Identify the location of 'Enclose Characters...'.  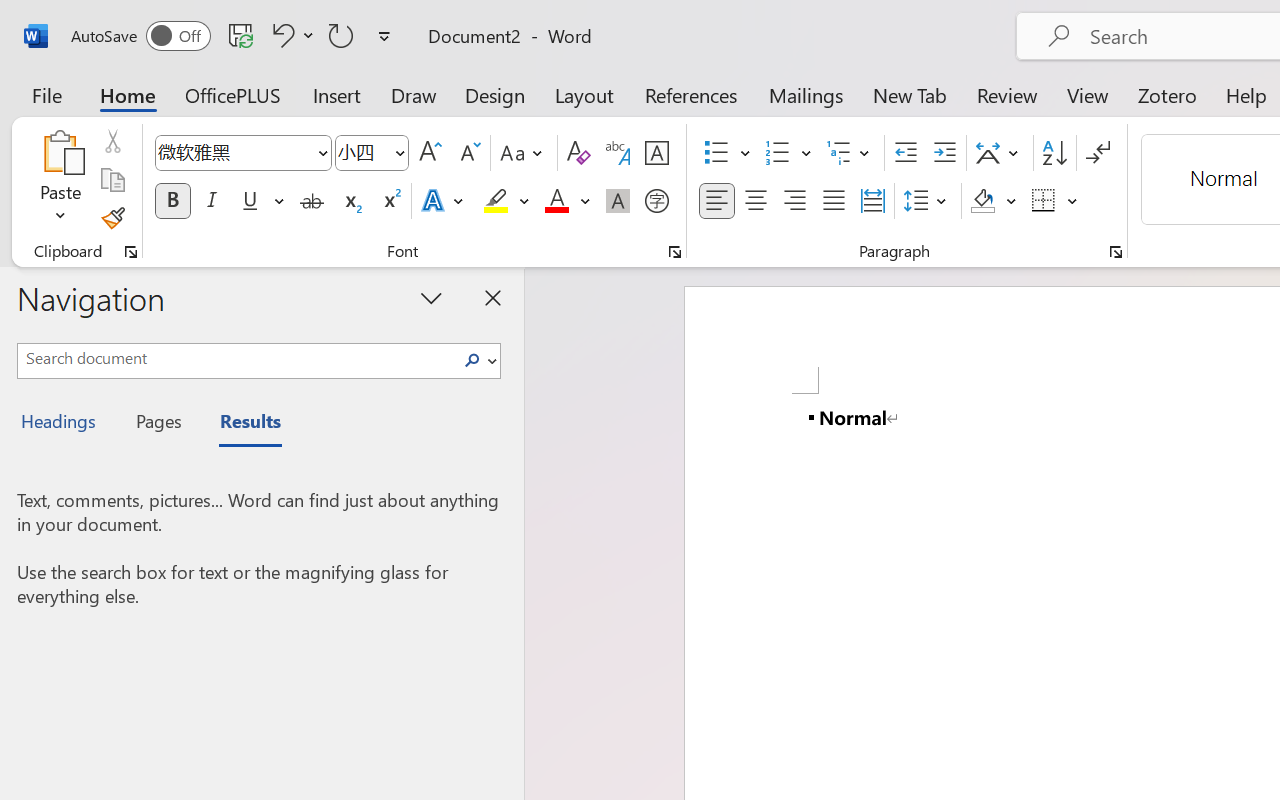
(656, 201).